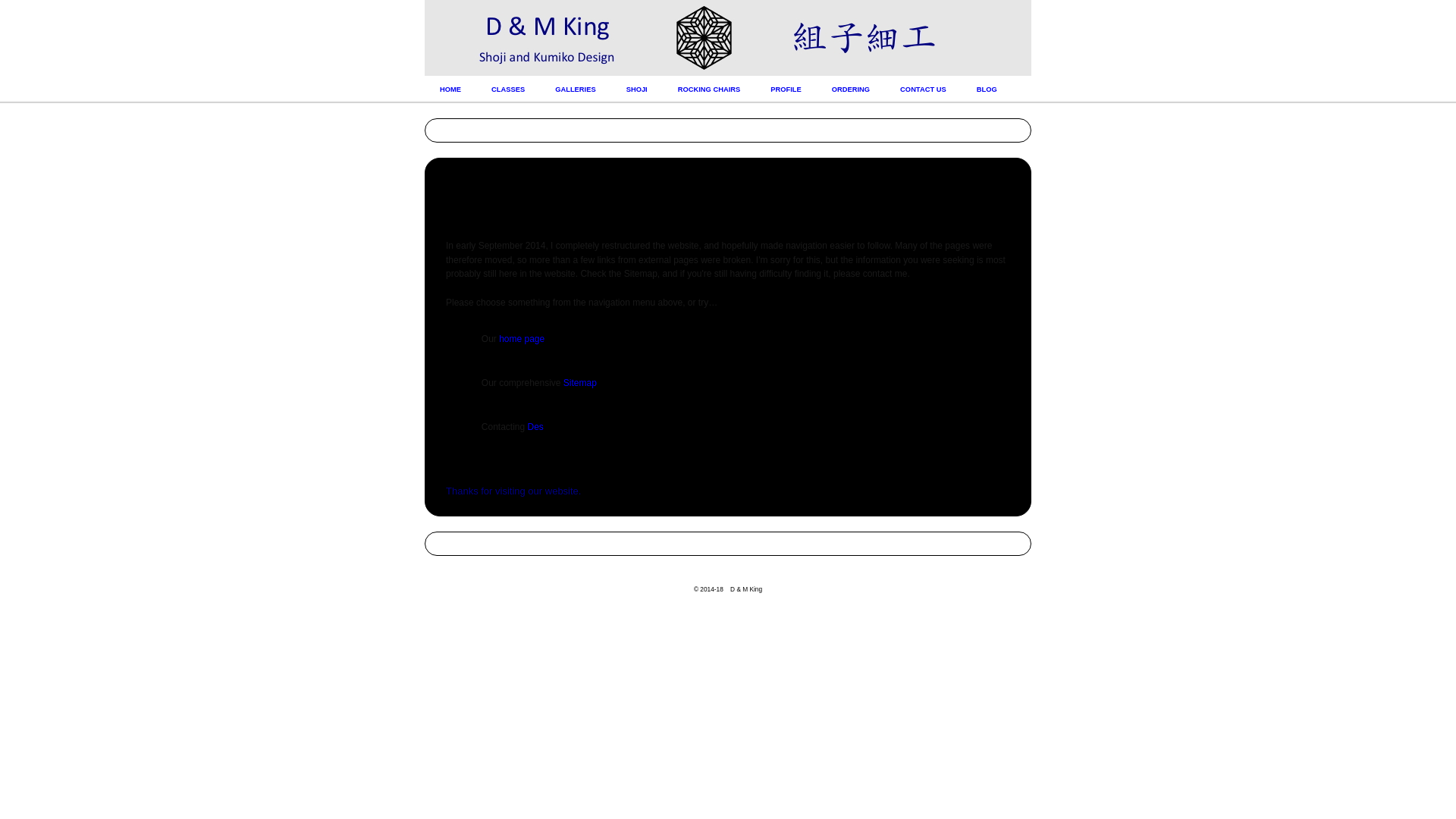 This screenshot has height=819, width=1456. I want to click on 'PROFILE', so click(786, 89).